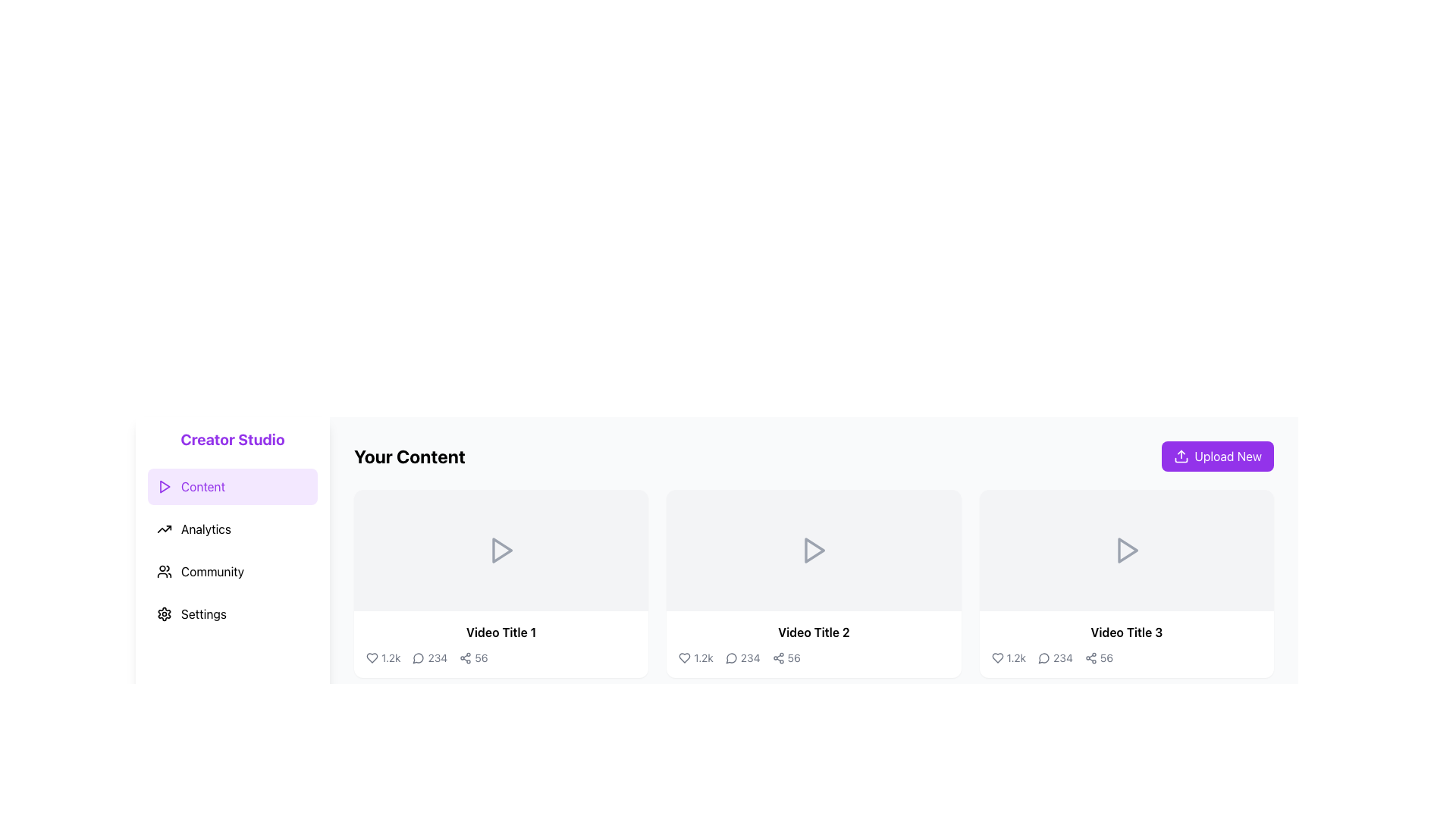  What do you see at coordinates (997, 657) in the screenshot?
I see `the heart-shaped icon indicating a favorite or like action` at bounding box center [997, 657].